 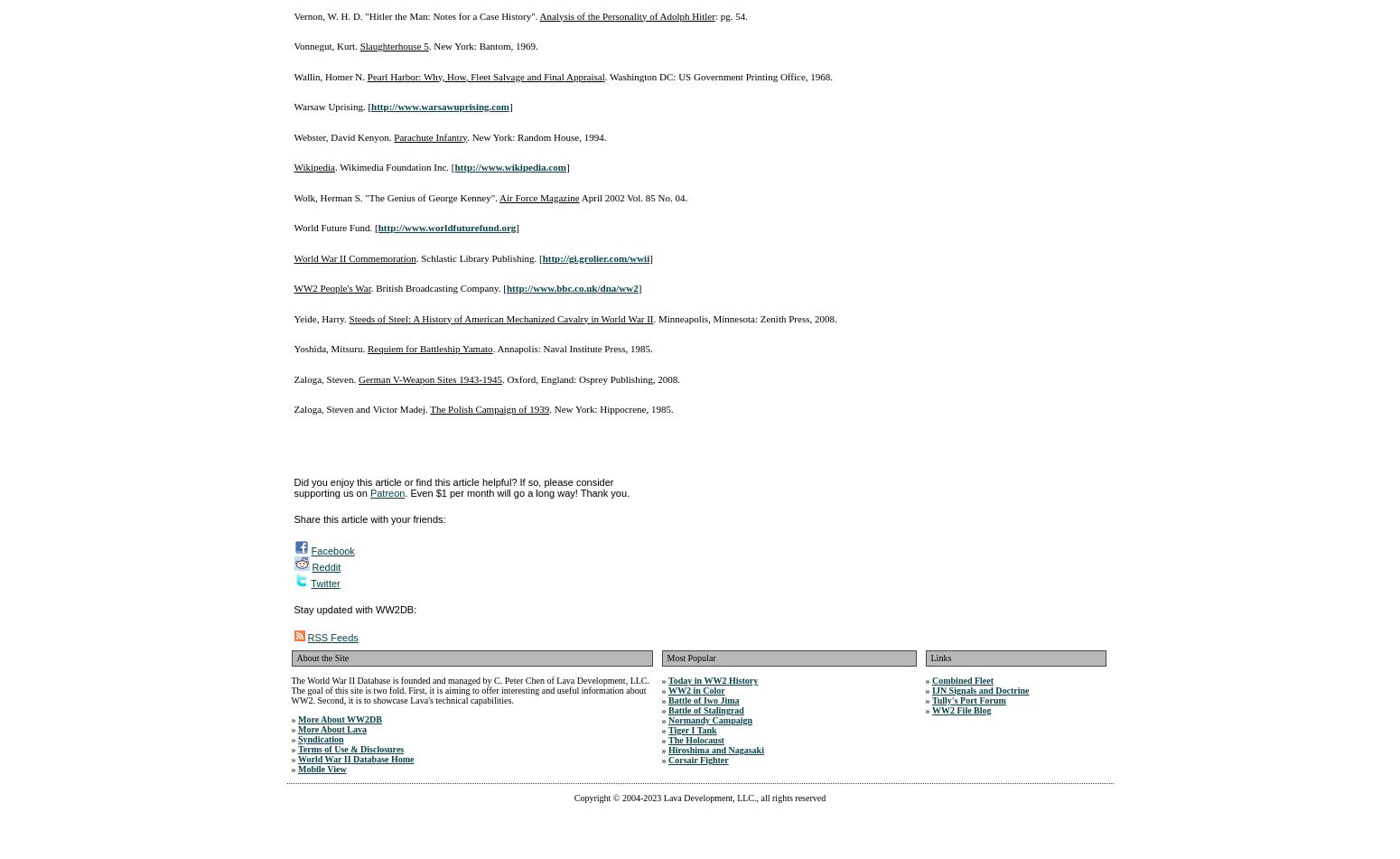 I want to click on 'The Holocaust', so click(x=695, y=739).